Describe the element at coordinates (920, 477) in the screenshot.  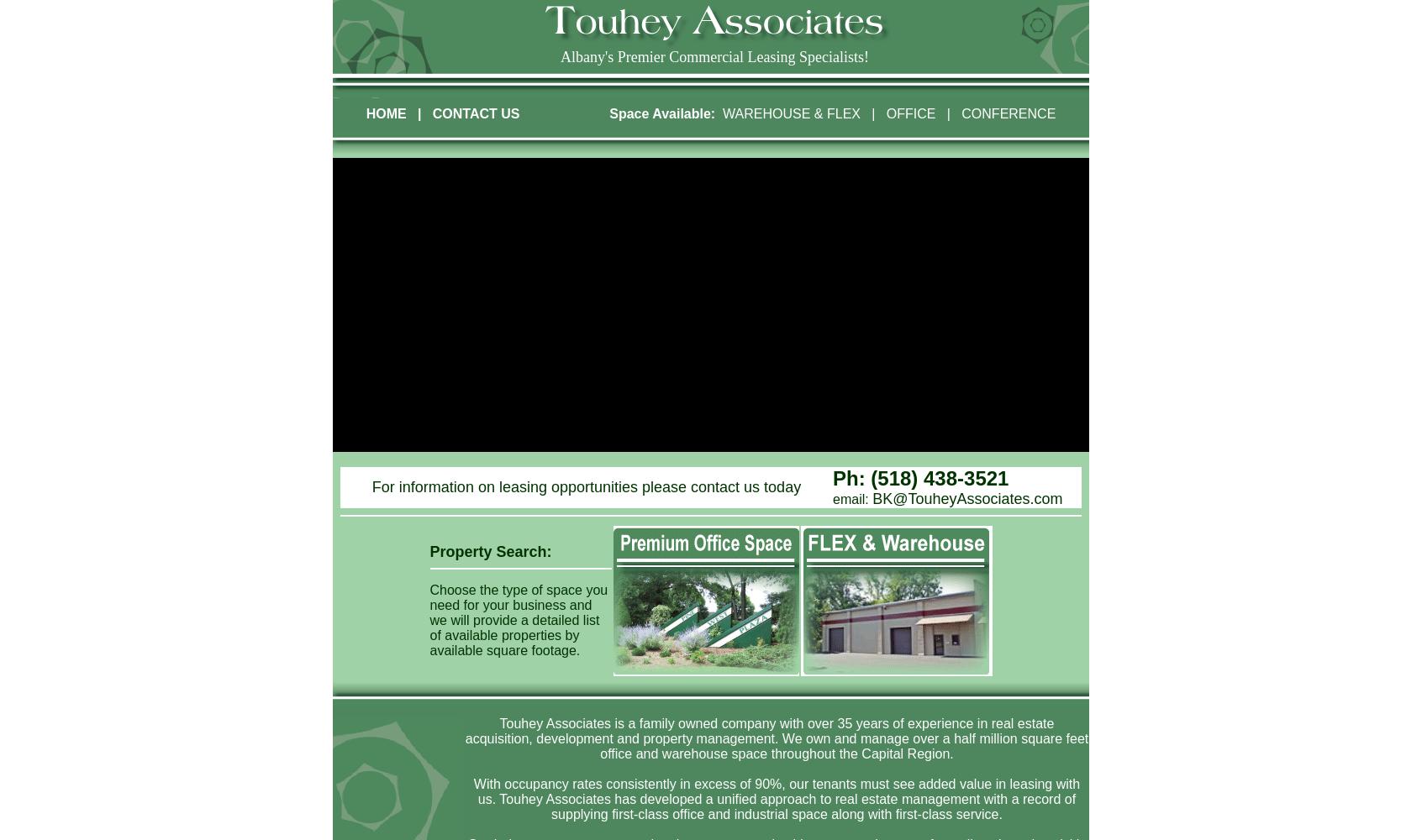
I see `'Ph: (518) 438-3521'` at that location.